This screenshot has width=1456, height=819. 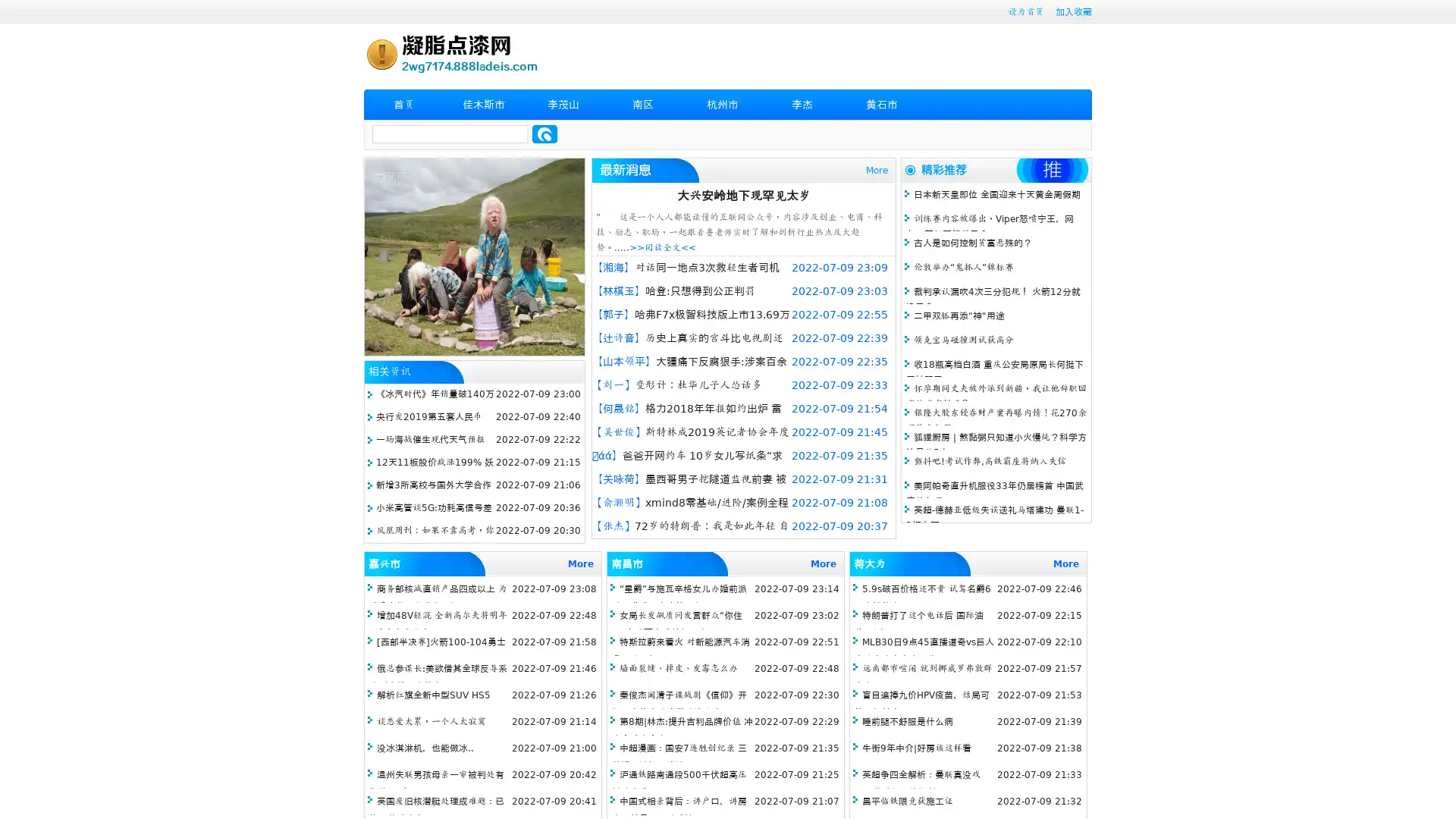 What do you see at coordinates (544, 133) in the screenshot?
I see `Search` at bounding box center [544, 133].